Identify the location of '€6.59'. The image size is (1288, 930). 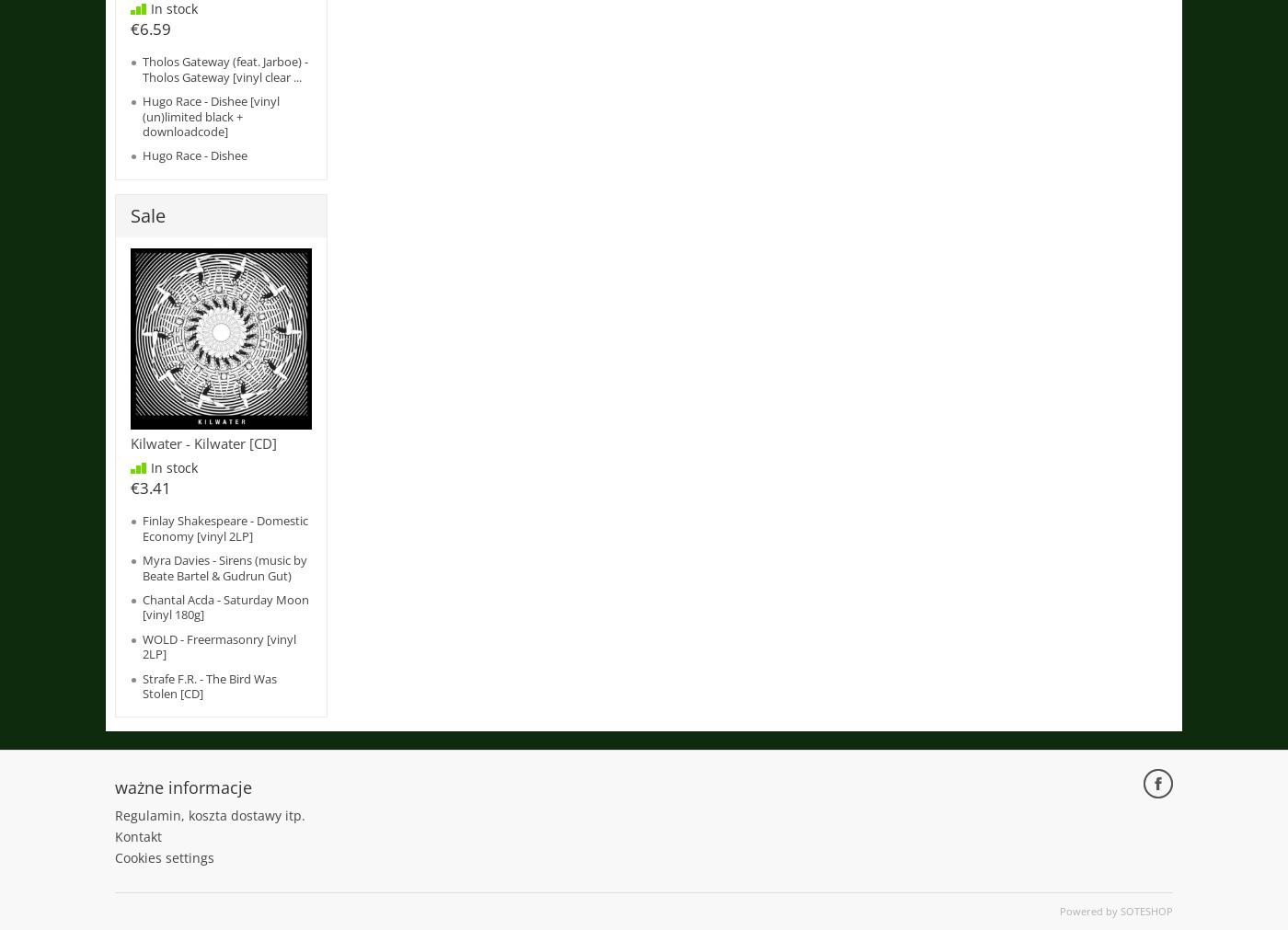
(150, 28).